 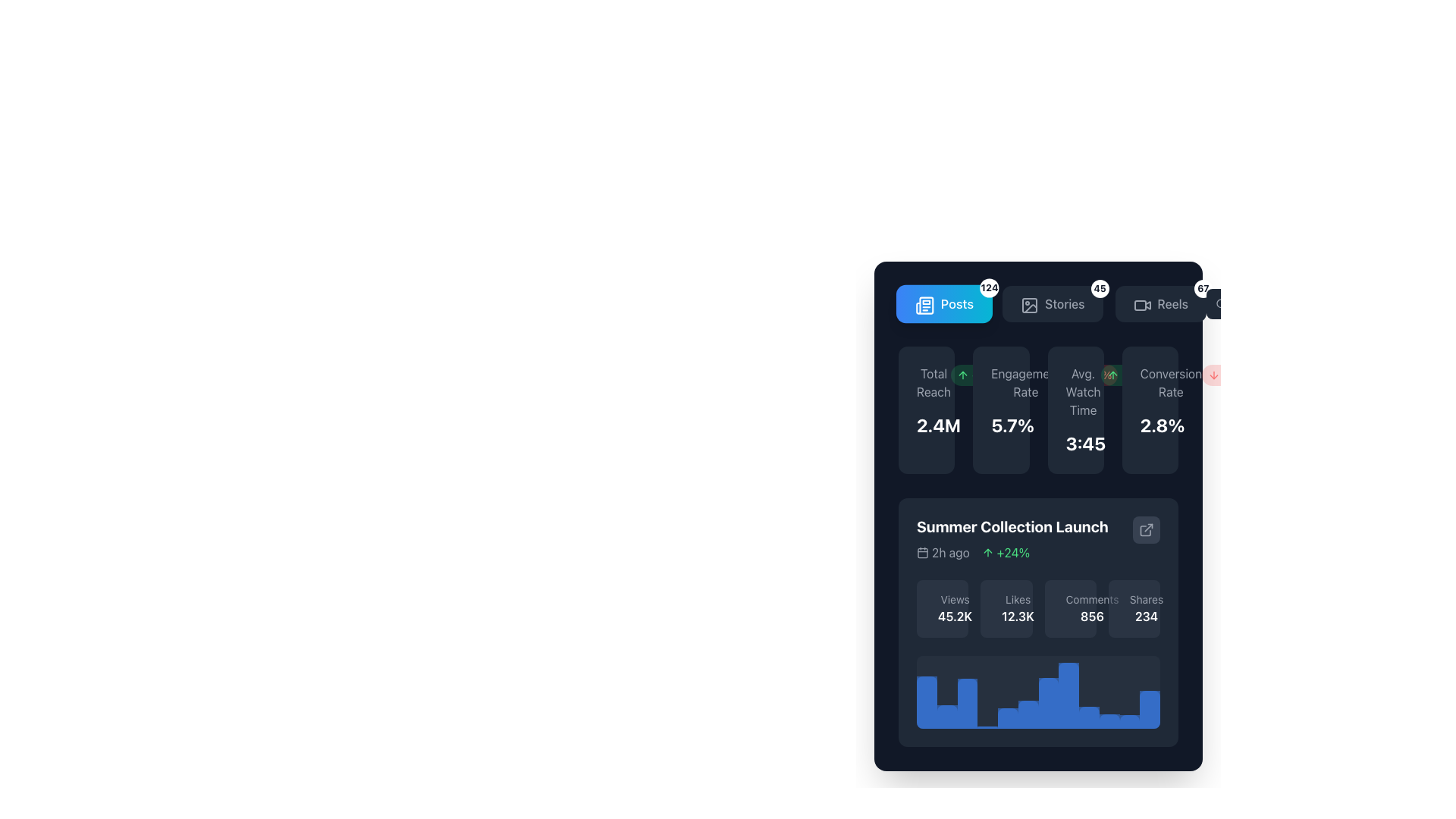 I want to click on displayed number '856' from the bold white text label located below the 'Comments' section in the social media engagement metrics for the 'Summer Collection Launch' campaign, so click(x=1092, y=617).